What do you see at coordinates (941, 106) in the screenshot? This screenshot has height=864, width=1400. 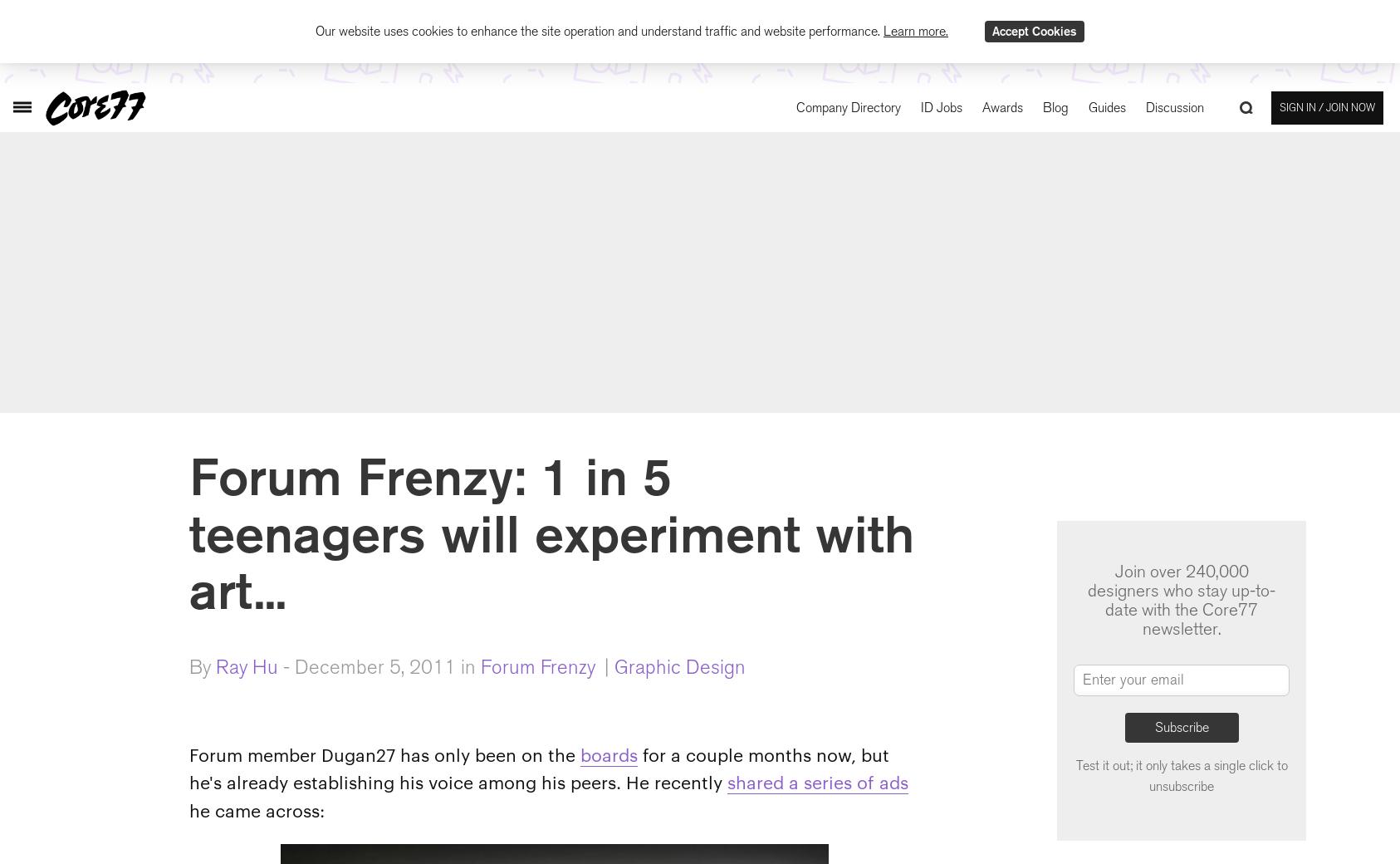 I see `'ID Jobs'` at bounding box center [941, 106].